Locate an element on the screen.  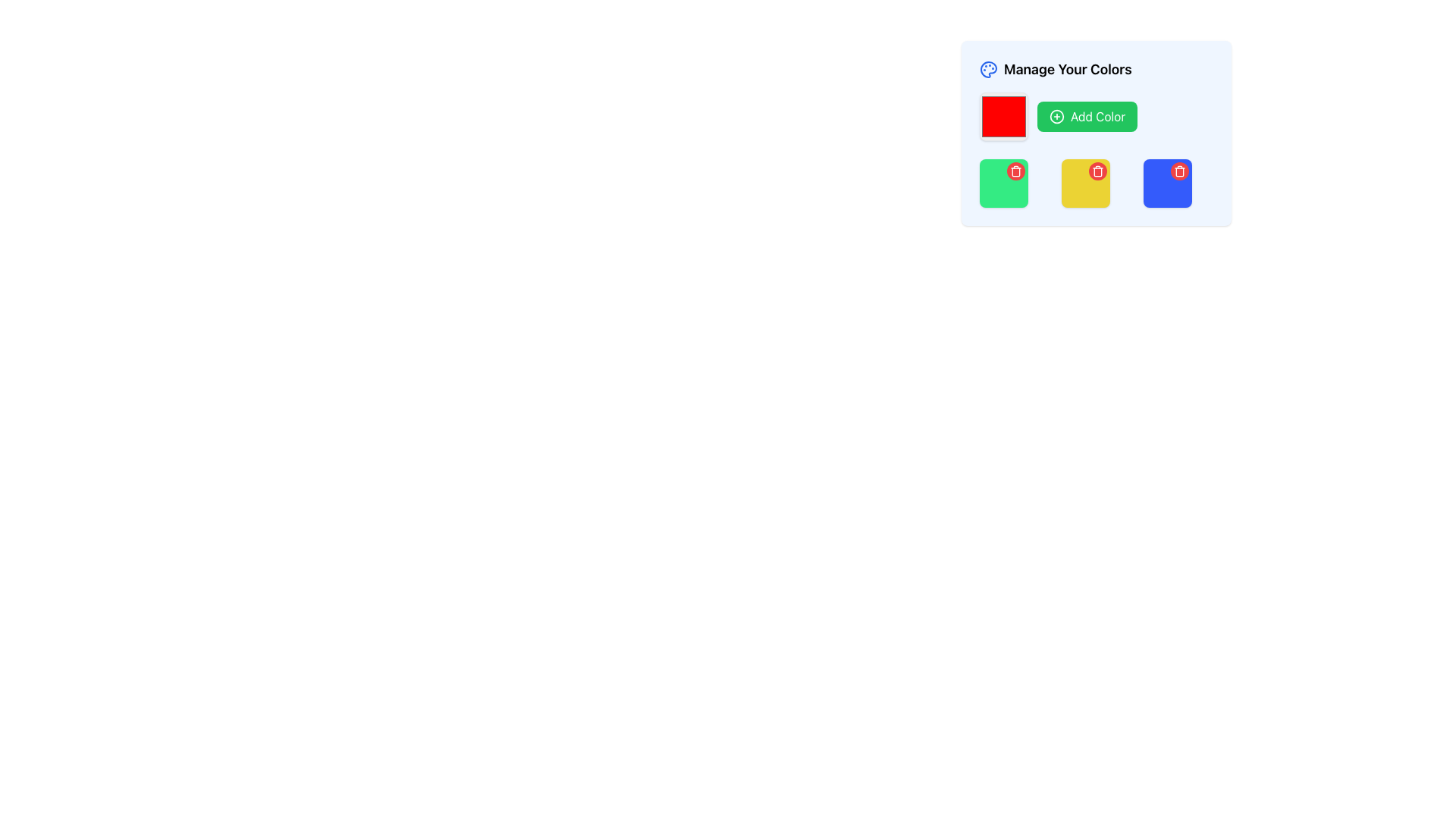
the Trash/Delete icon with a red background located at the top-right corner of the color block is located at coordinates (1098, 171).